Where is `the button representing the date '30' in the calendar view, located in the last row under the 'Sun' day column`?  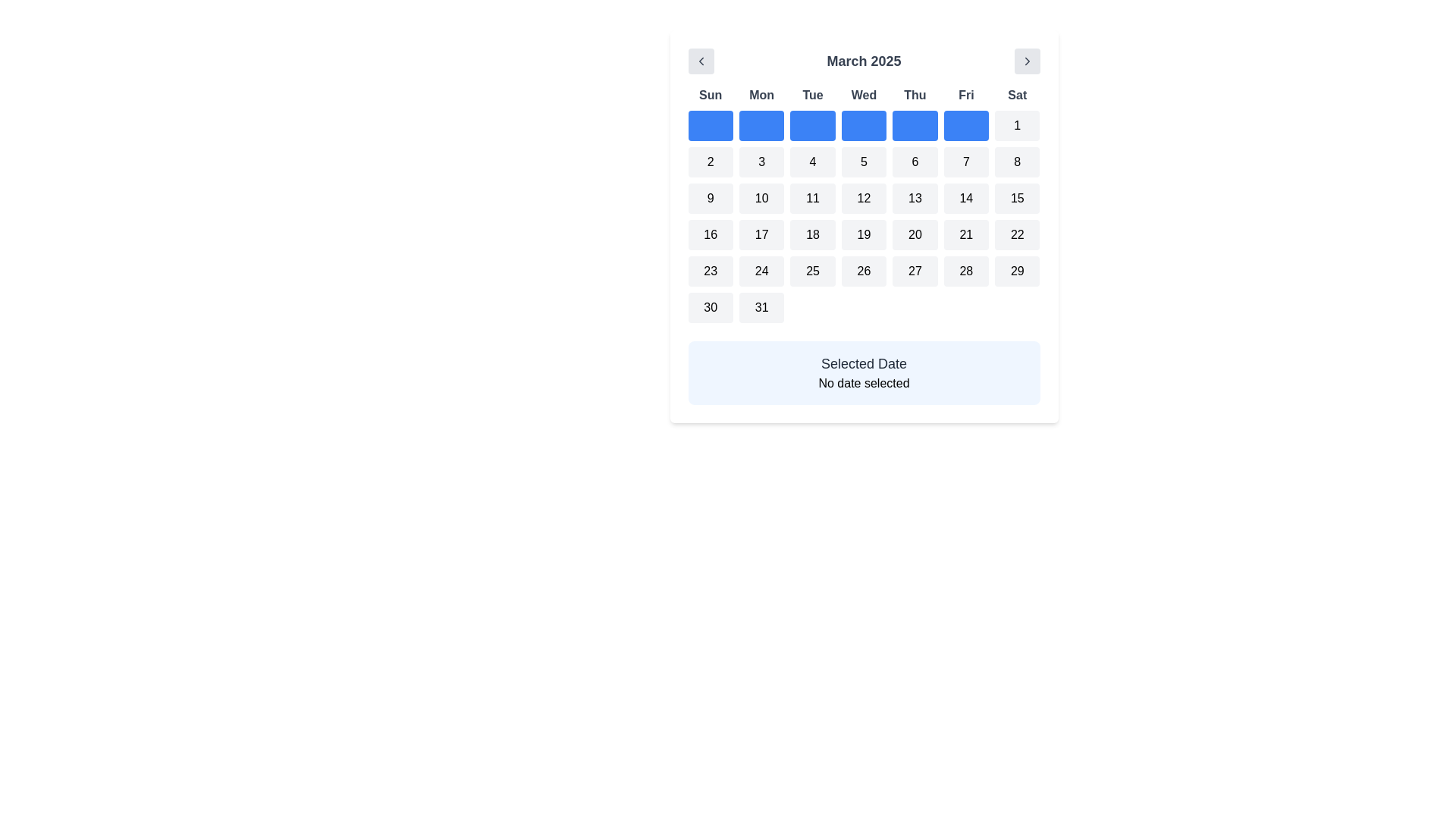
the button representing the date '30' in the calendar view, located in the last row under the 'Sun' day column is located at coordinates (709, 307).